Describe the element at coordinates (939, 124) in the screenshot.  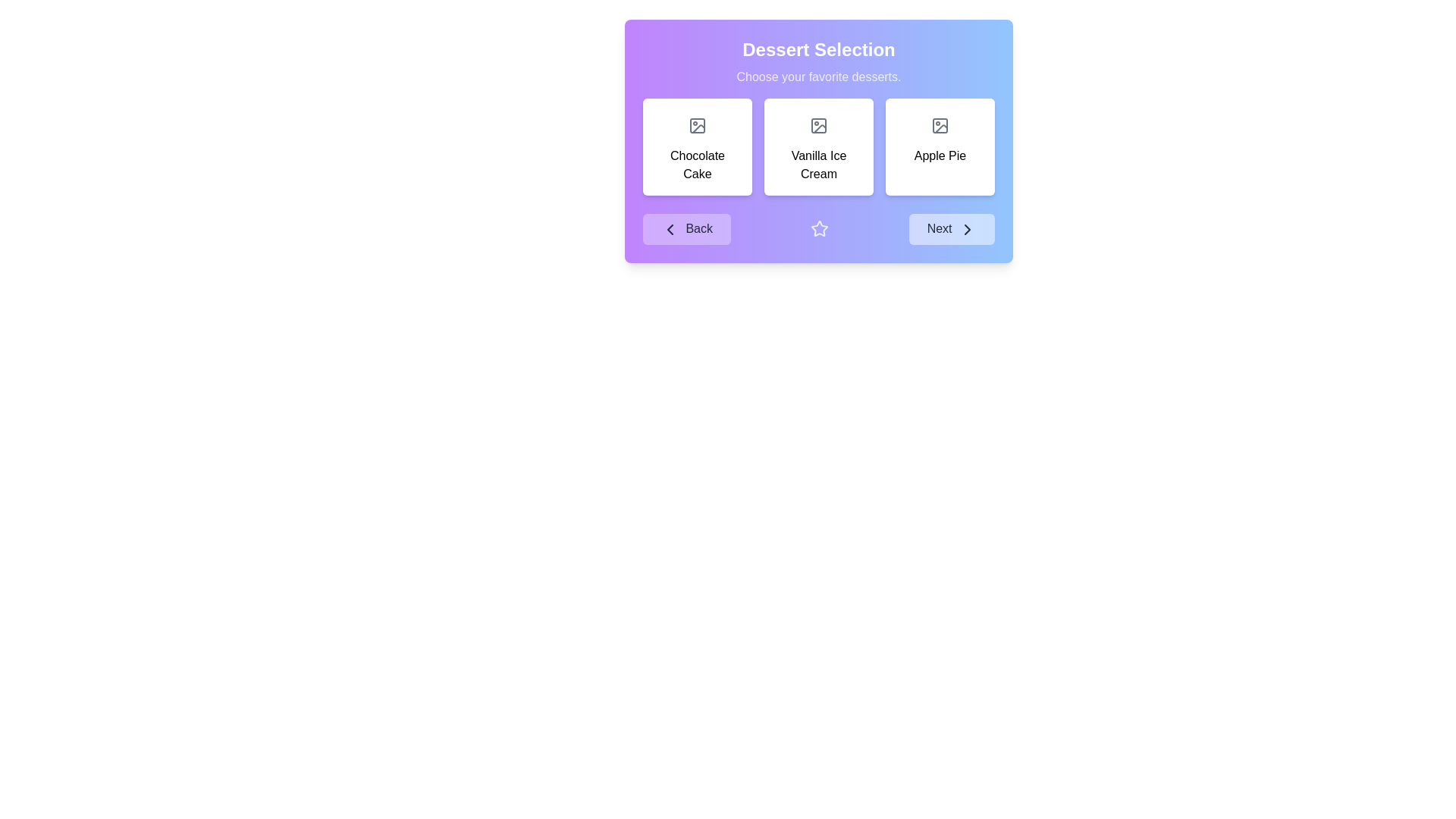
I see `the Image placeholder icon located at the top center of the 'Apple Pie' card in the dessert options grid` at that location.